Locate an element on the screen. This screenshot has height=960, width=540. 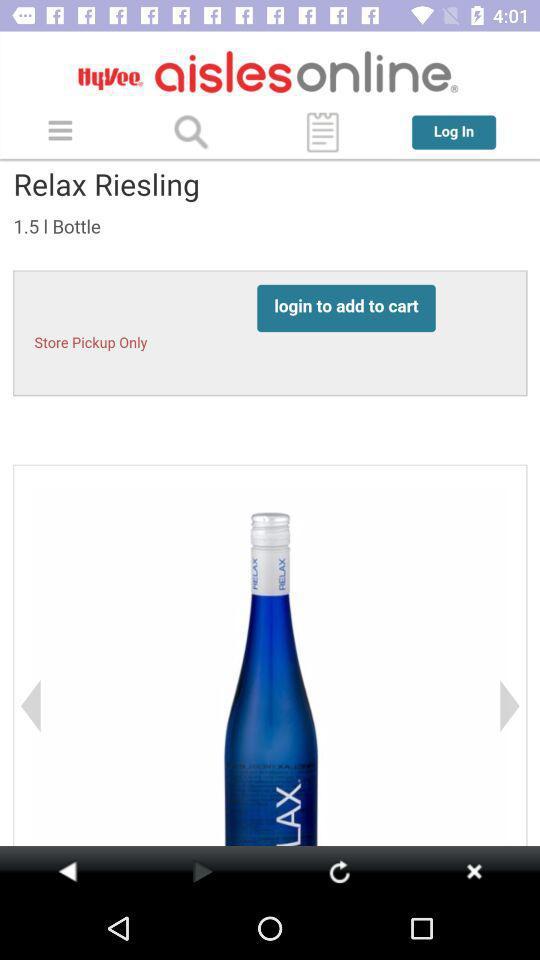
rotate the image is located at coordinates (338, 870).